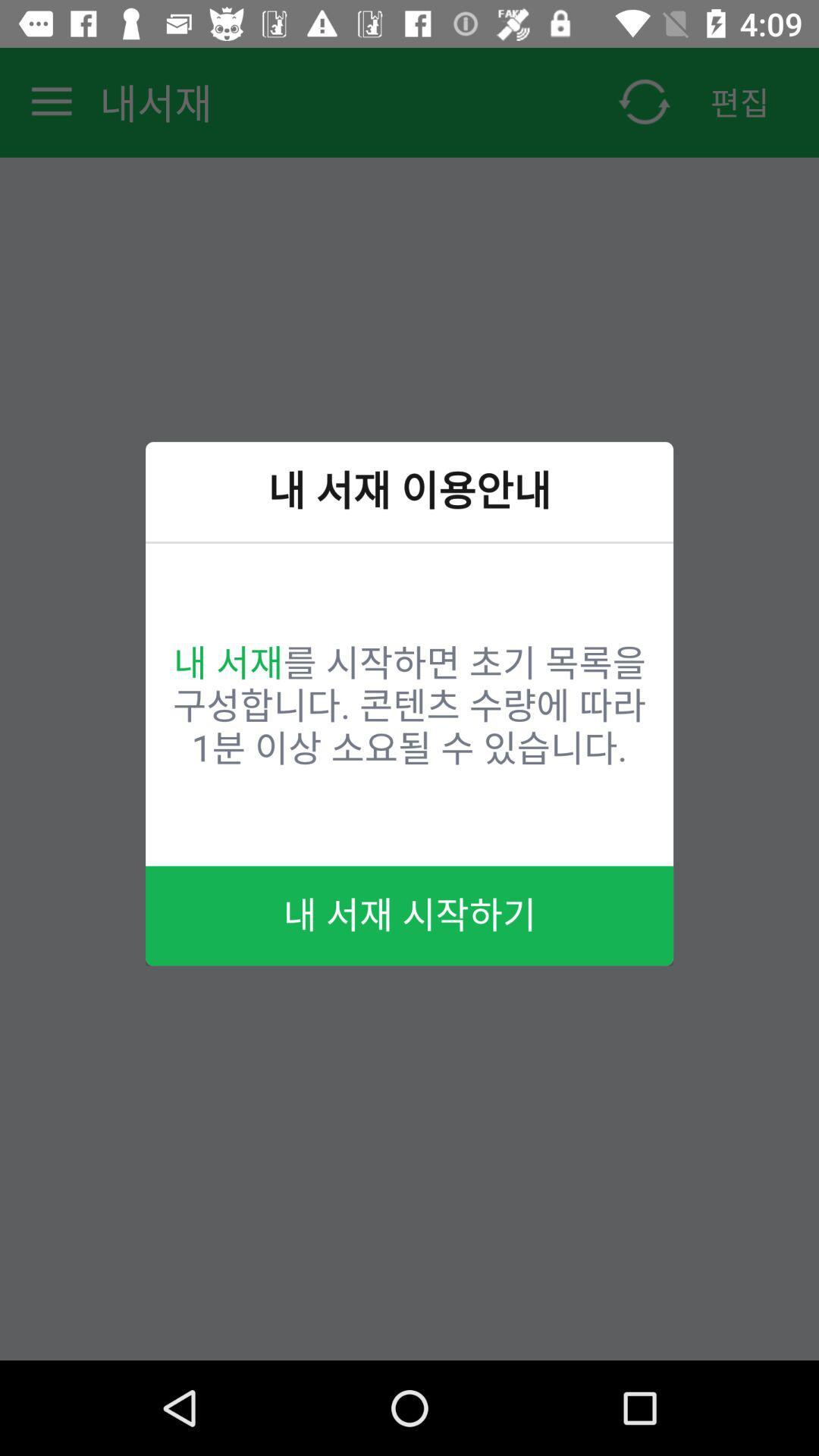 Image resolution: width=819 pixels, height=1456 pixels. What do you see at coordinates (51, 101) in the screenshot?
I see `the menu icon` at bounding box center [51, 101].